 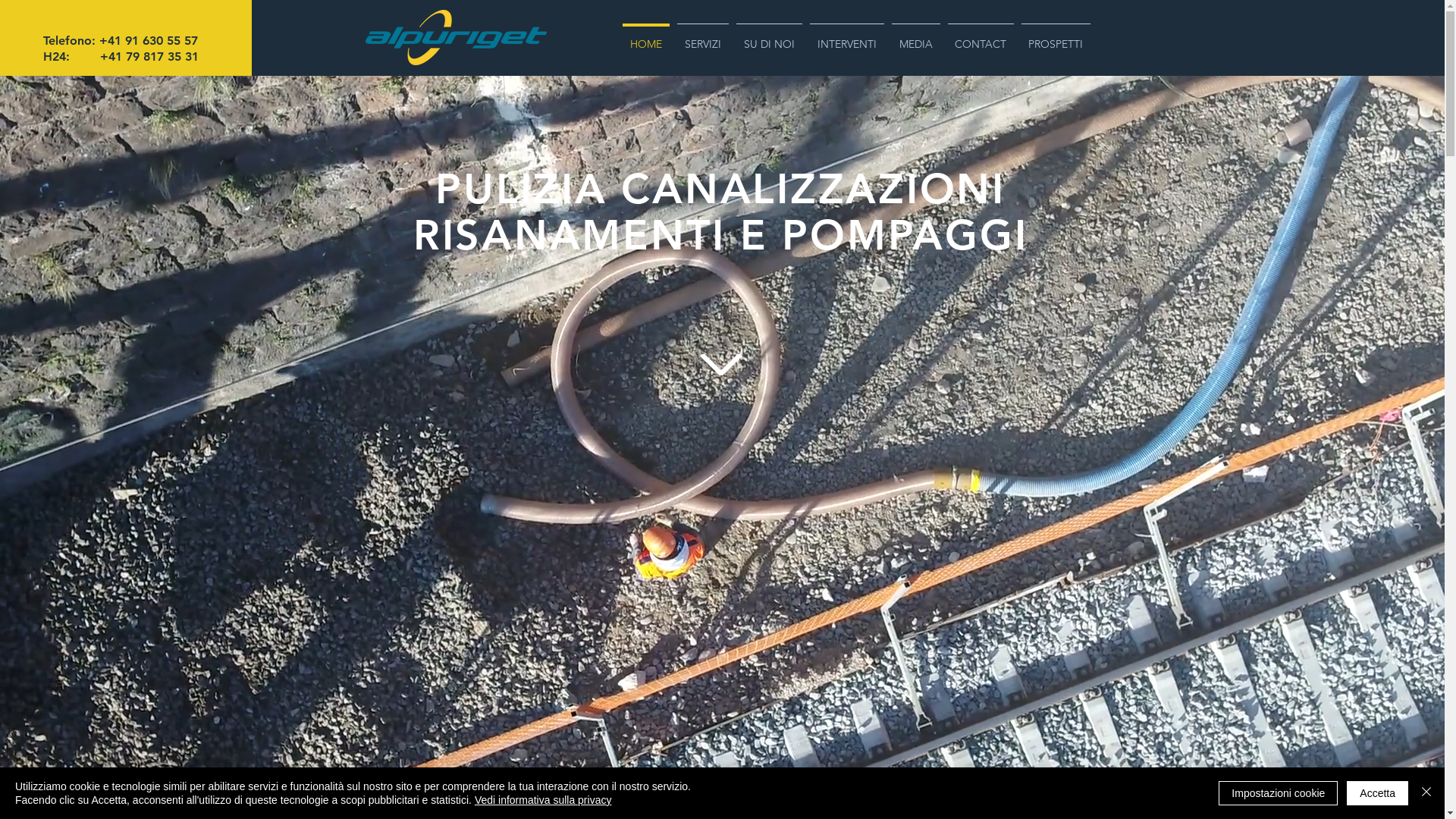 What do you see at coordinates (1277, 792) in the screenshot?
I see `'Impostazioni cookie'` at bounding box center [1277, 792].